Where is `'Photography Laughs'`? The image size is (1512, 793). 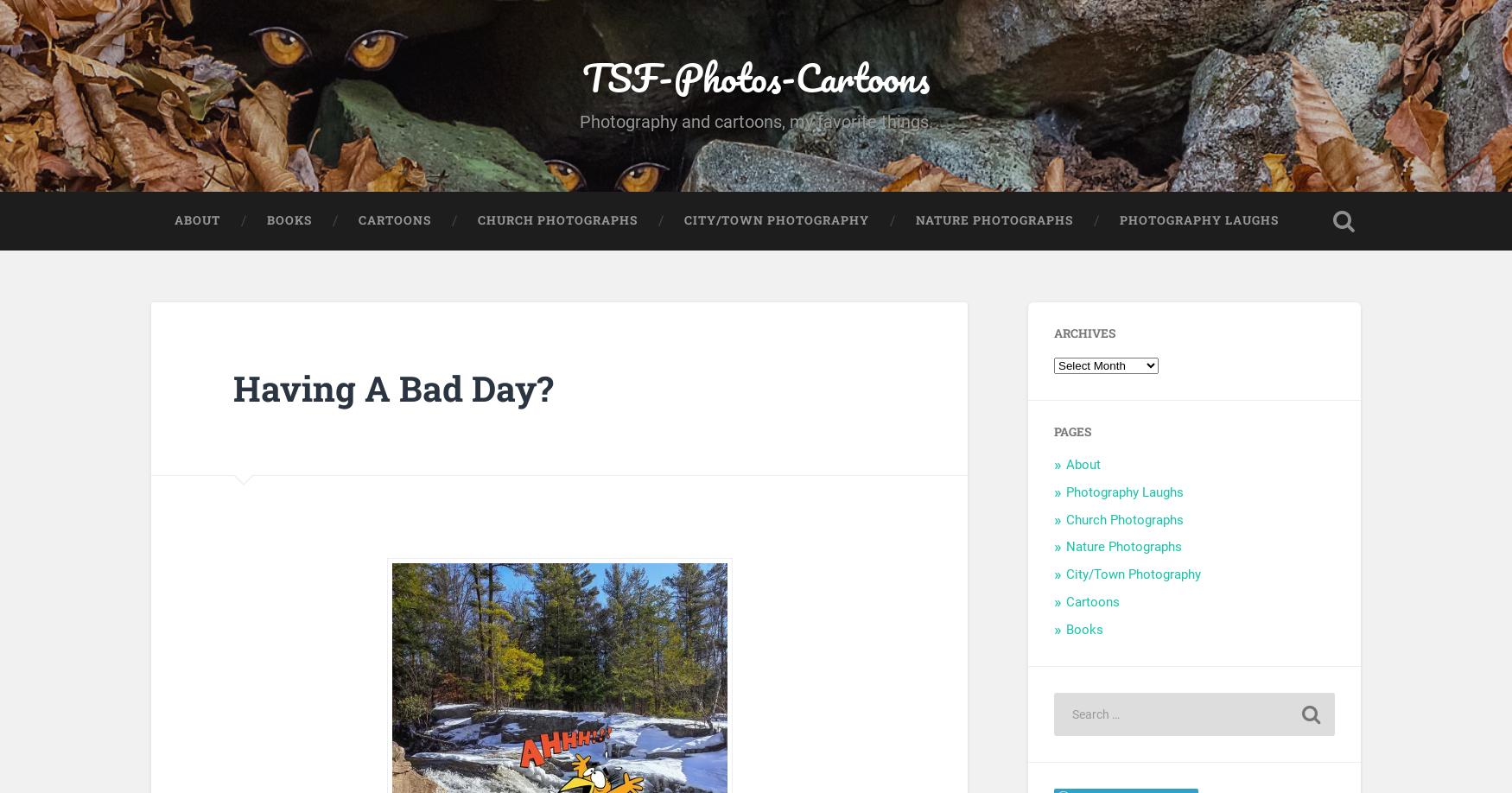 'Photography Laughs' is located at coordinates (1065, 490).